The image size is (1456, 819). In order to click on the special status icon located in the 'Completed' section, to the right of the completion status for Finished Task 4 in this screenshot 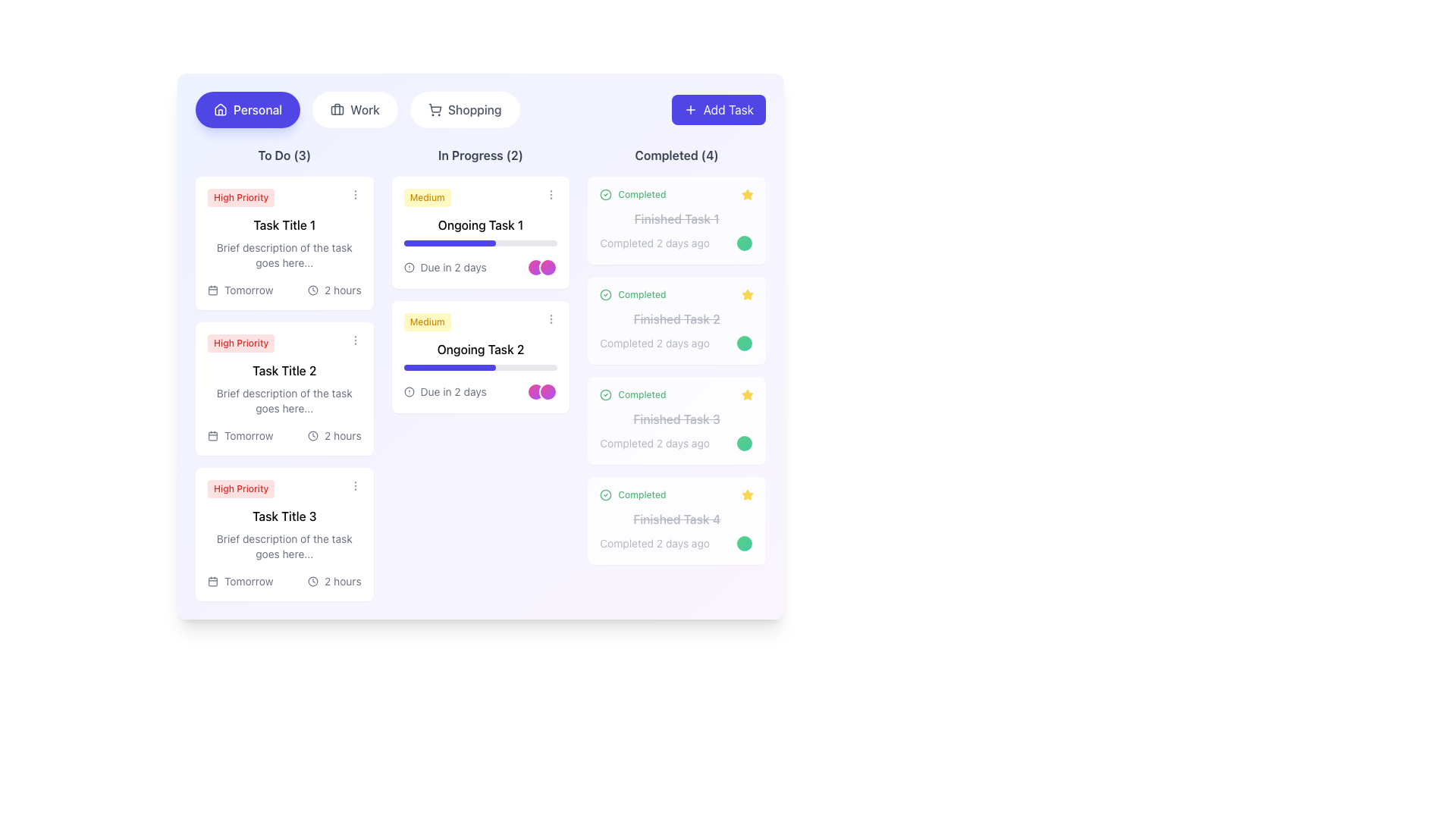, I will do `click(747, 494)`.